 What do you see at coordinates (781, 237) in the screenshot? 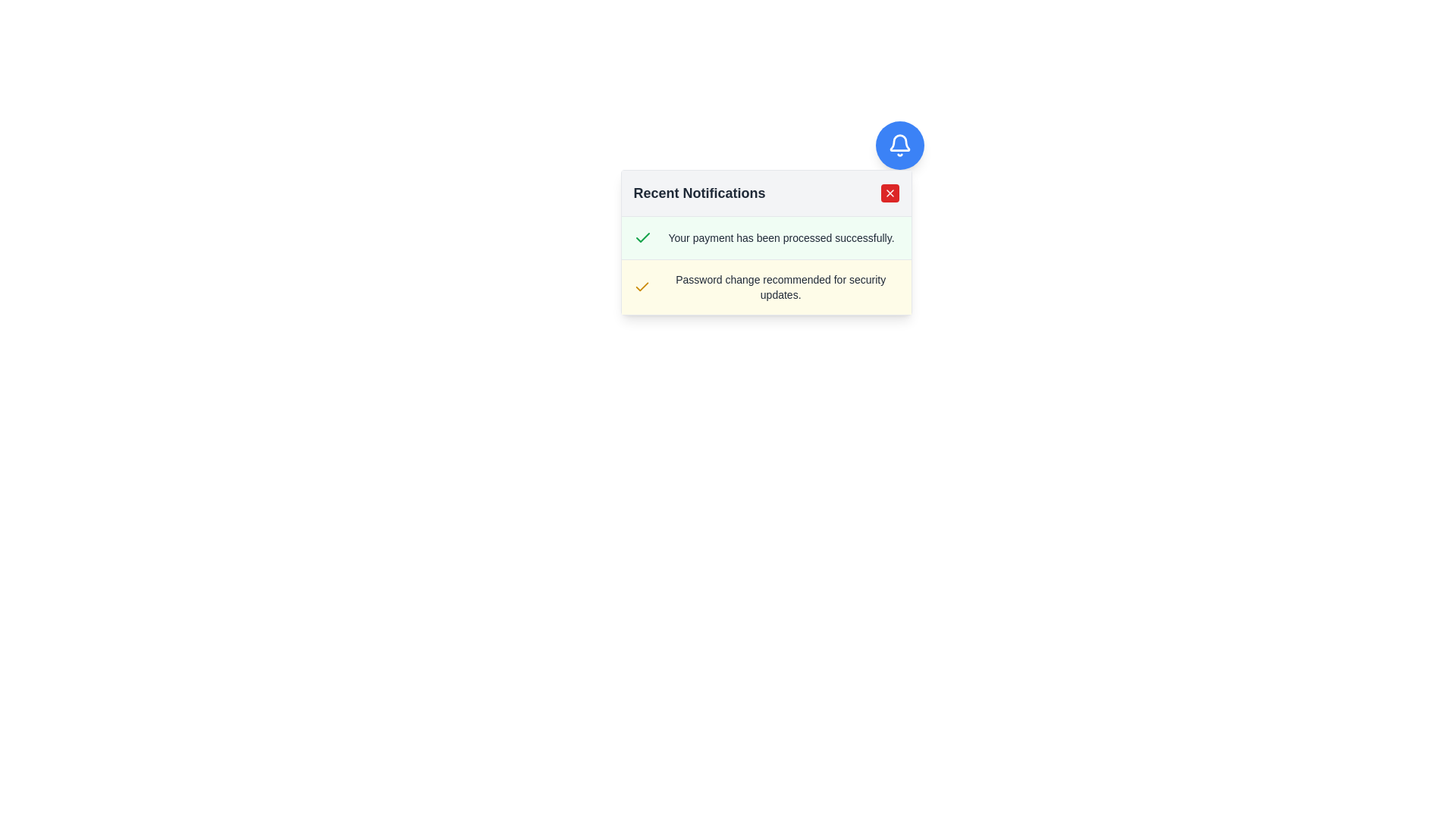
I see `text snippet that states "Your payment has been processed successfully." which is located on the right-hand side of a green notification block` at bounding box center [781, 237].